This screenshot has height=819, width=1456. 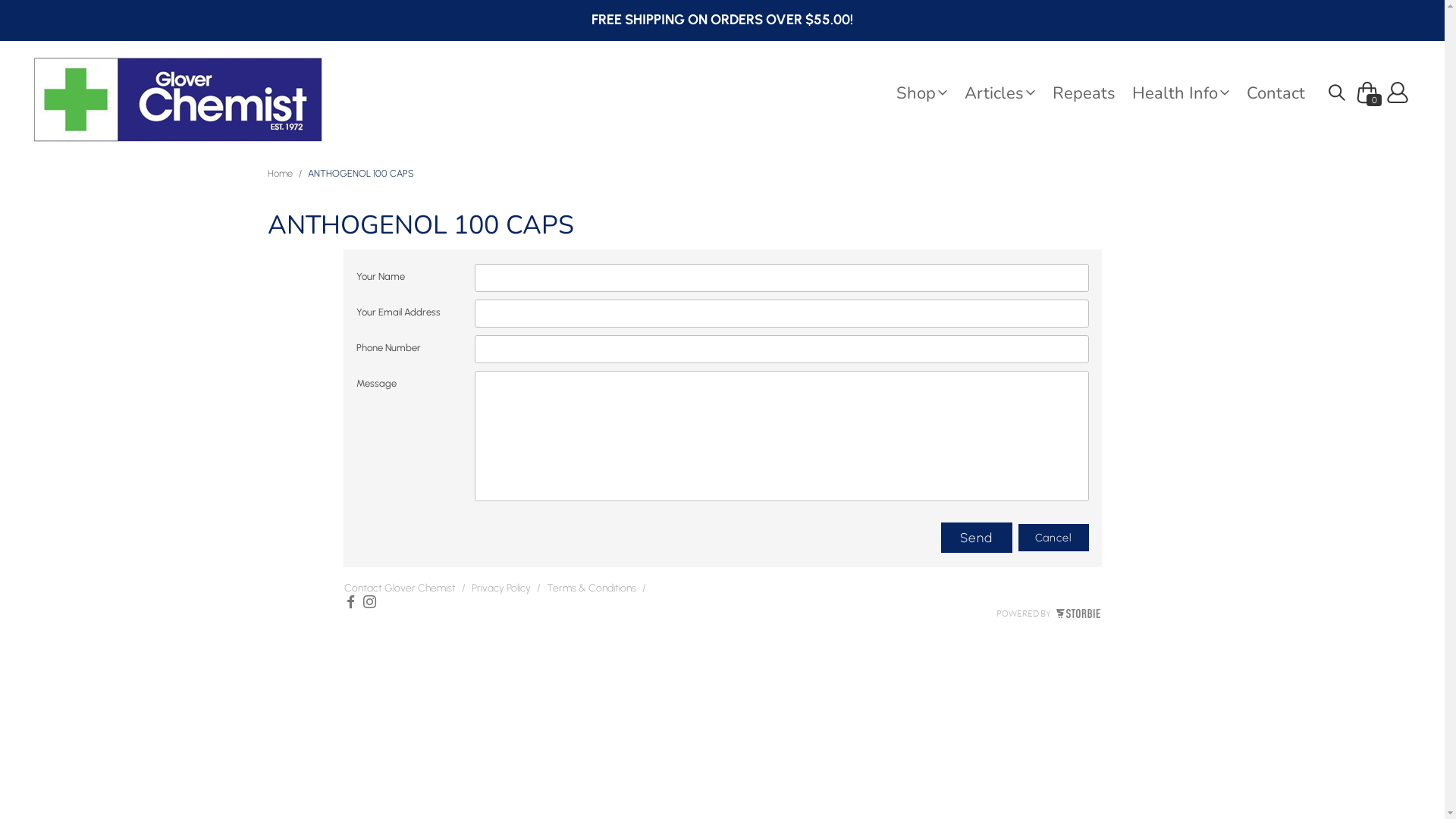 I want to click on 'POWERED BY', so click(x=1047, y=613).